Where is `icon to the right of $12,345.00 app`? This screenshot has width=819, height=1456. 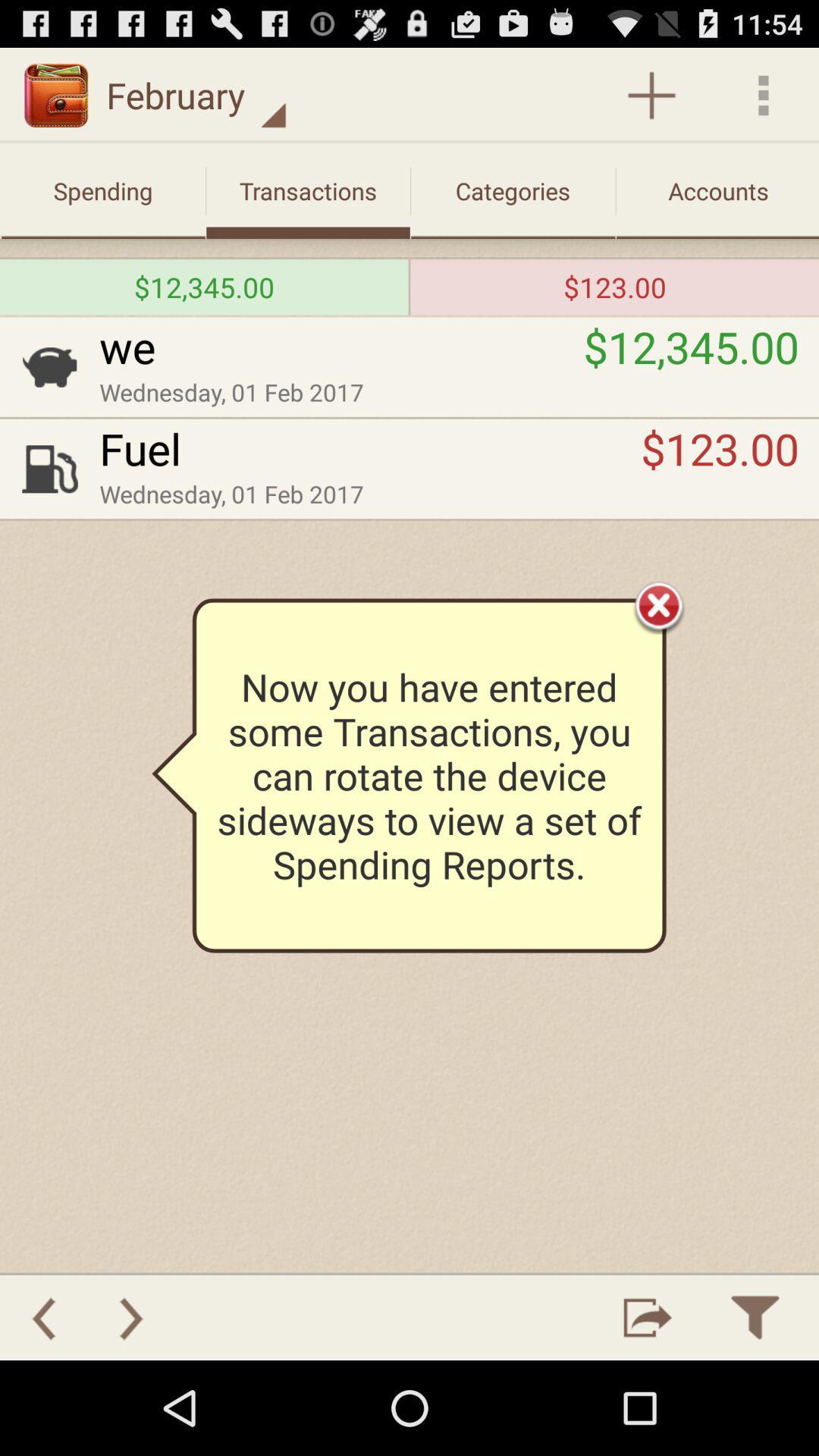
icon to the right of $12,345.00 app is located at coordinates (409, 287).